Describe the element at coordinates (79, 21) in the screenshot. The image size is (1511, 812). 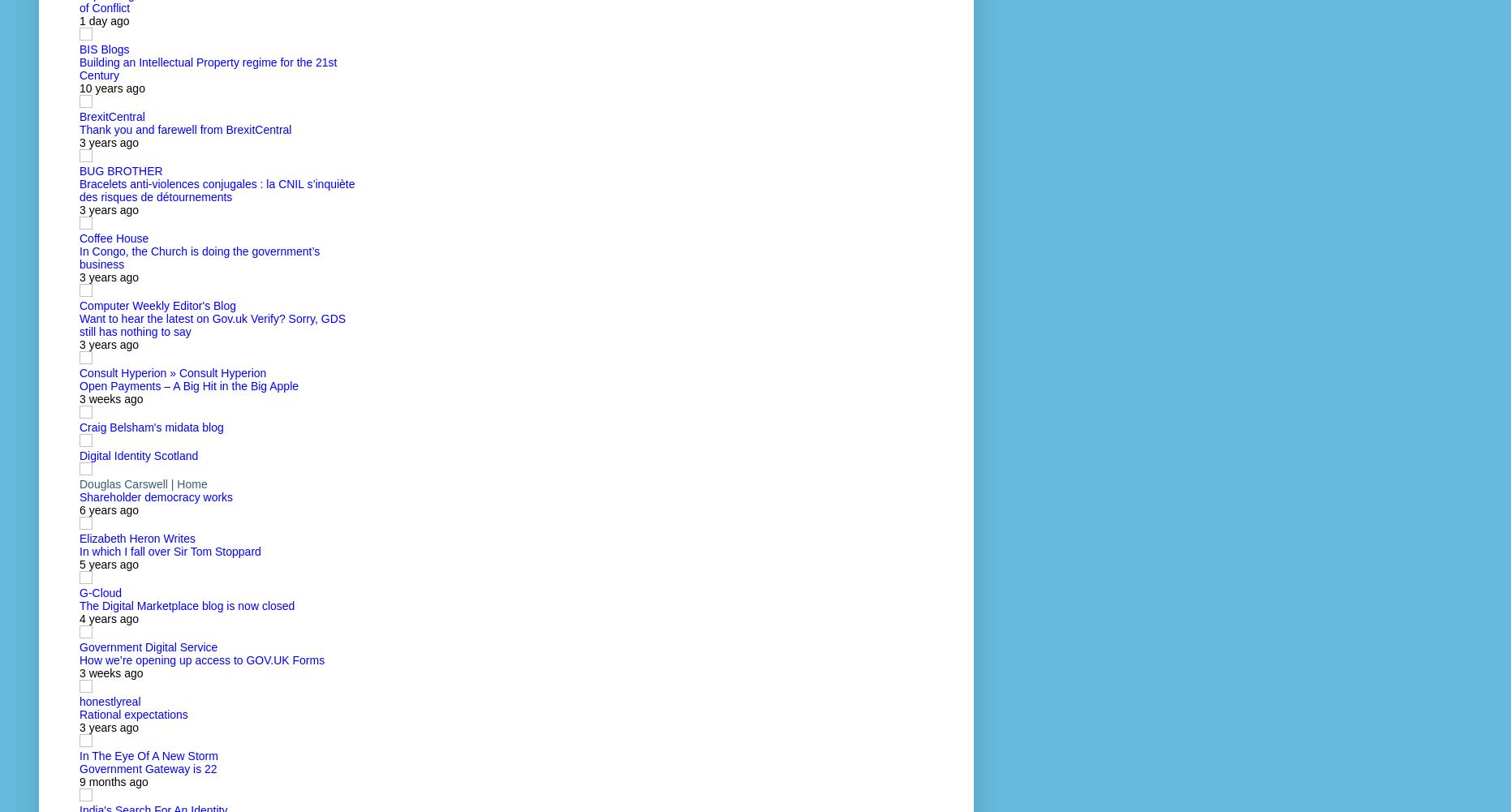
I see `'1 day ago'` at that location.